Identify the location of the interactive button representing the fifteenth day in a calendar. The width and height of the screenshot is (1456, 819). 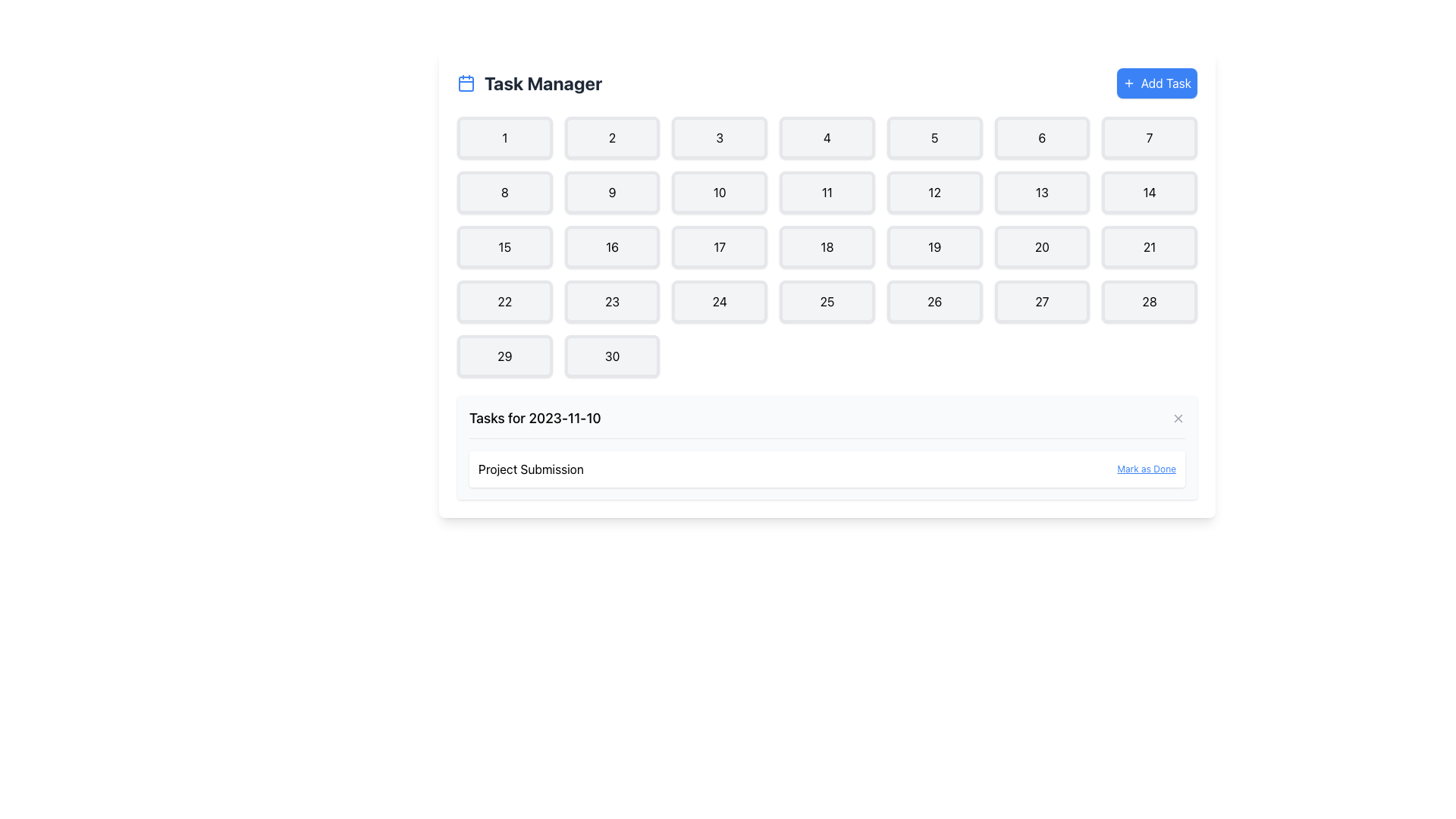
(504, 246).